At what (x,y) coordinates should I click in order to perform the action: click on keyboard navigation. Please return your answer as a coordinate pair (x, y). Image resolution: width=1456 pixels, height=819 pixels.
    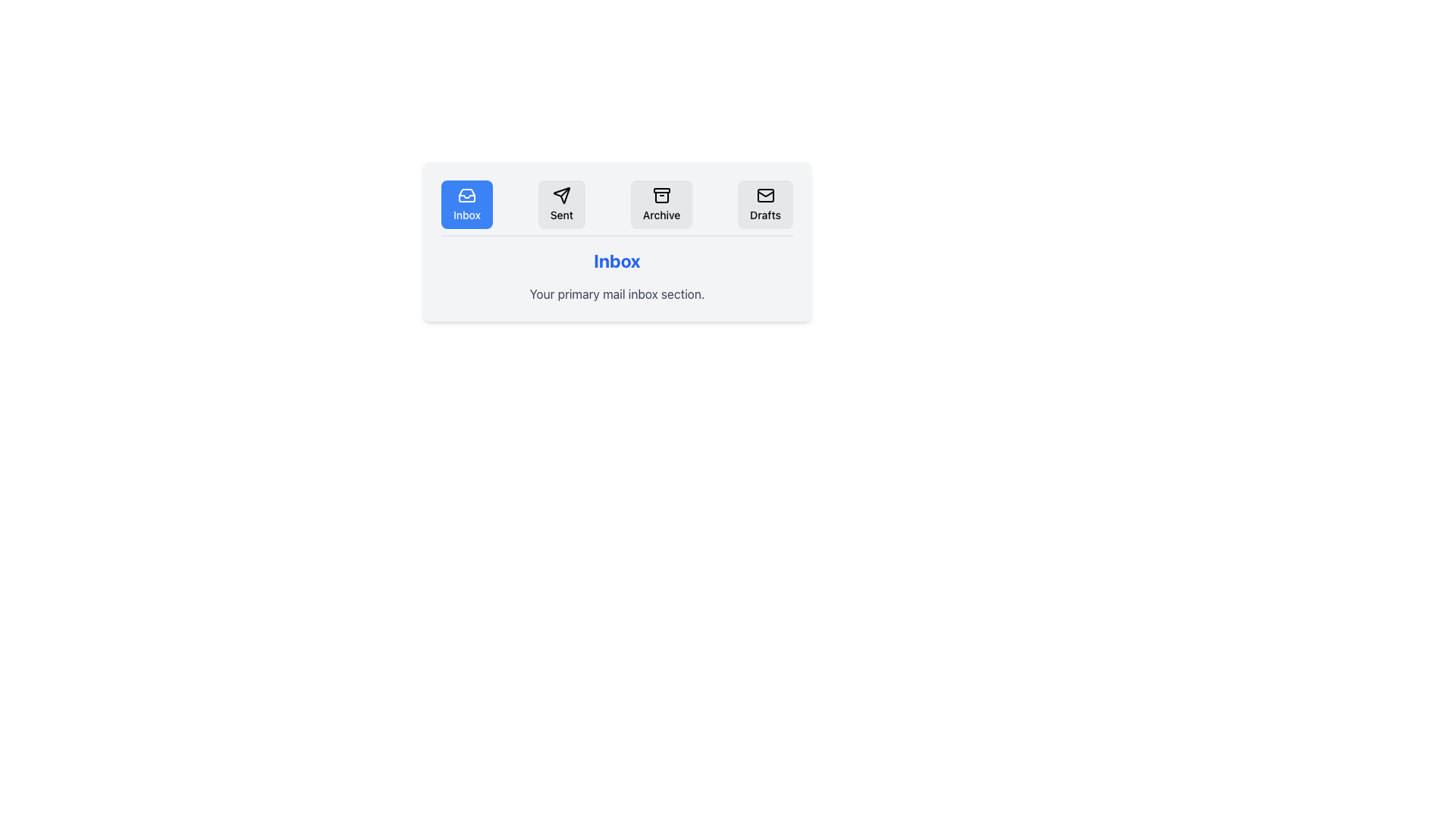
    Looking at the image, I should click on (617, 208).